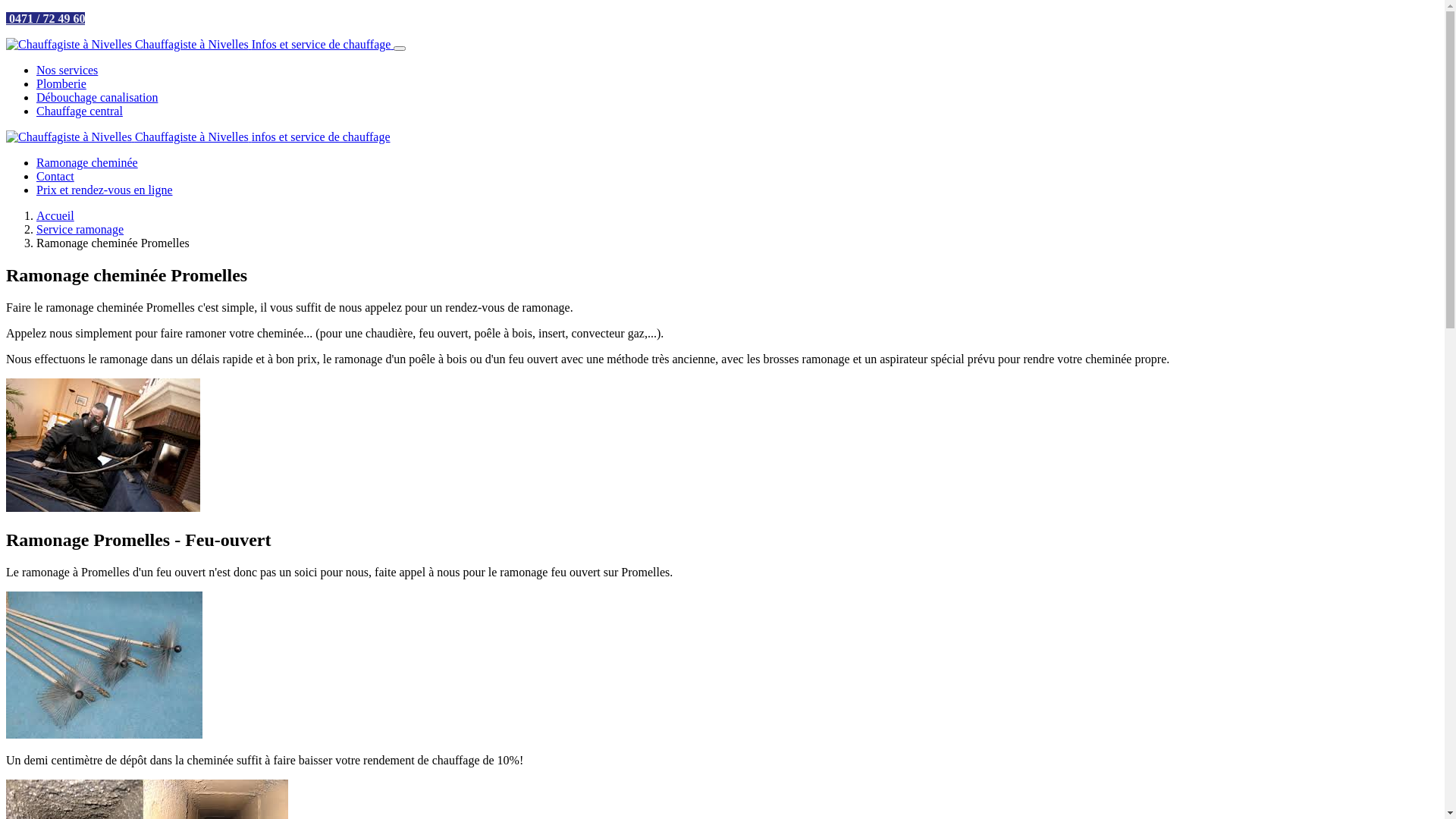  I want to click on 'Service ramonage', so click(79, 229).